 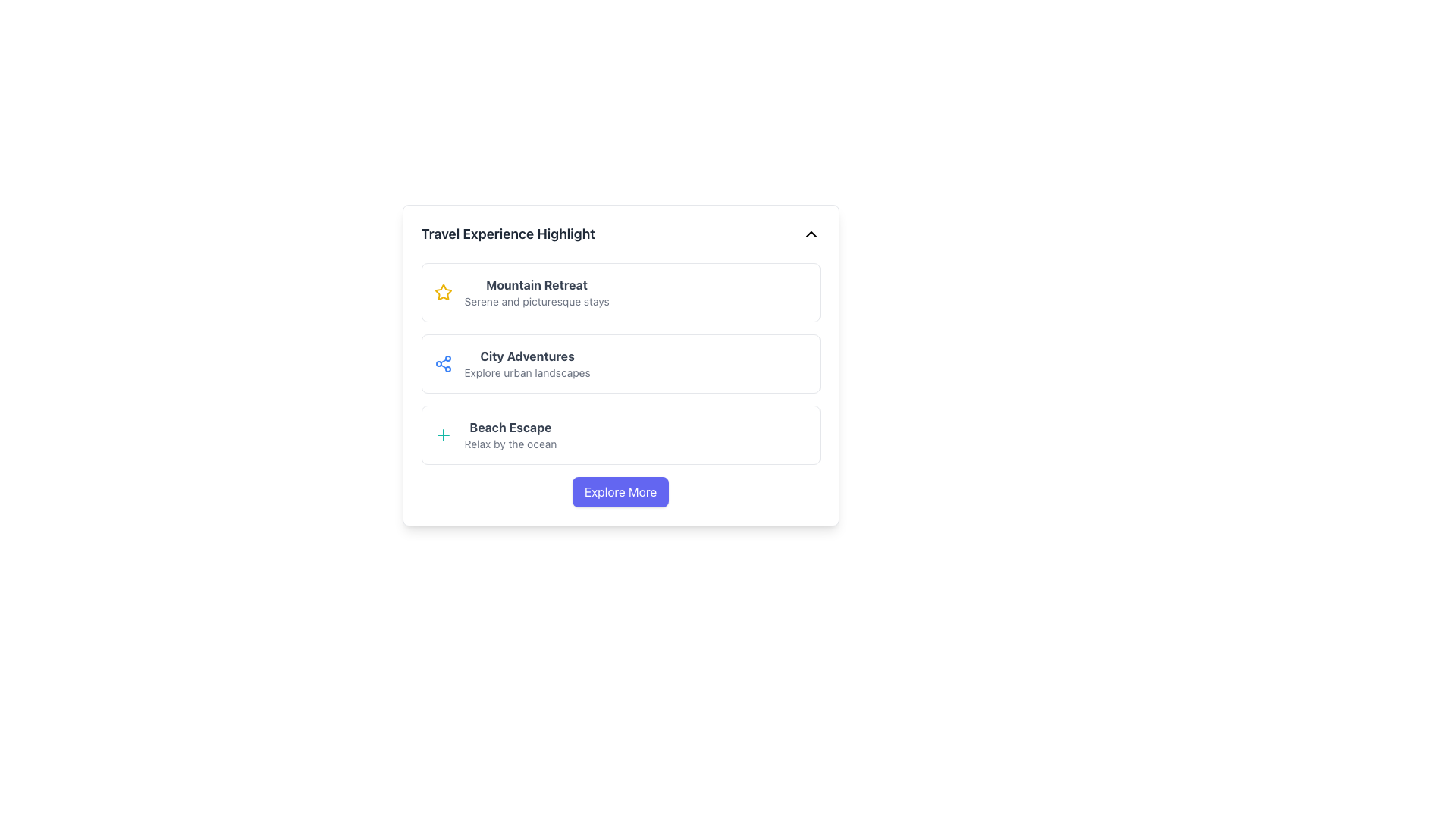 What do you see at coordinates (442, 292) in the screenshot?
I see `the stylized yellow star icon located near the text descriptions and titles in the section labeled 'Mountain Retreat.'` at bounding box center [442, 292].